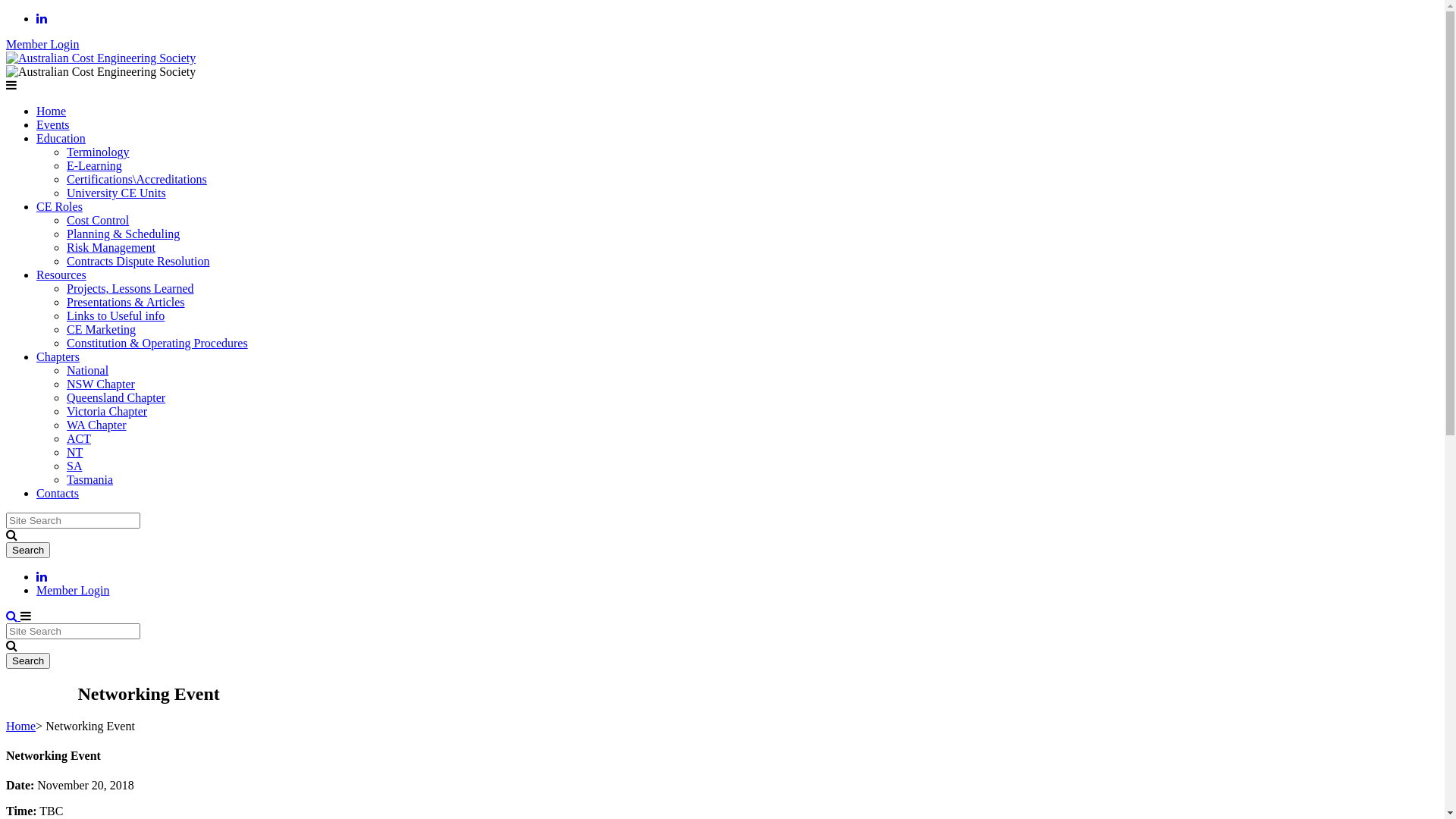 The image size is (1456, 819). Describe the element at coordinates (53, 124) in the screenshot. I see `'Events'` at that location.